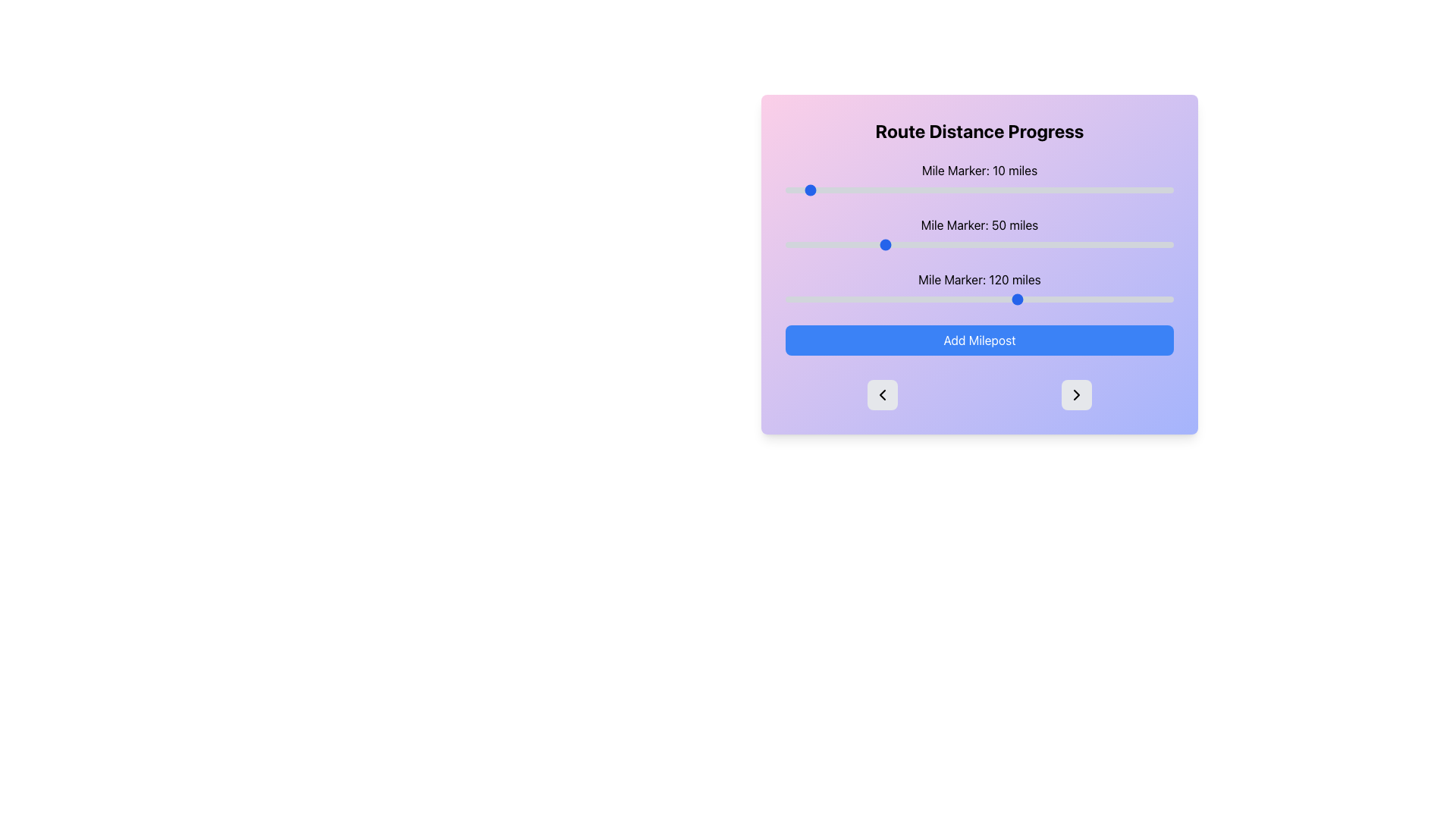  Describe the element at coordinates (857, 244) in the screenshot. I see `the mile marker` at that location.